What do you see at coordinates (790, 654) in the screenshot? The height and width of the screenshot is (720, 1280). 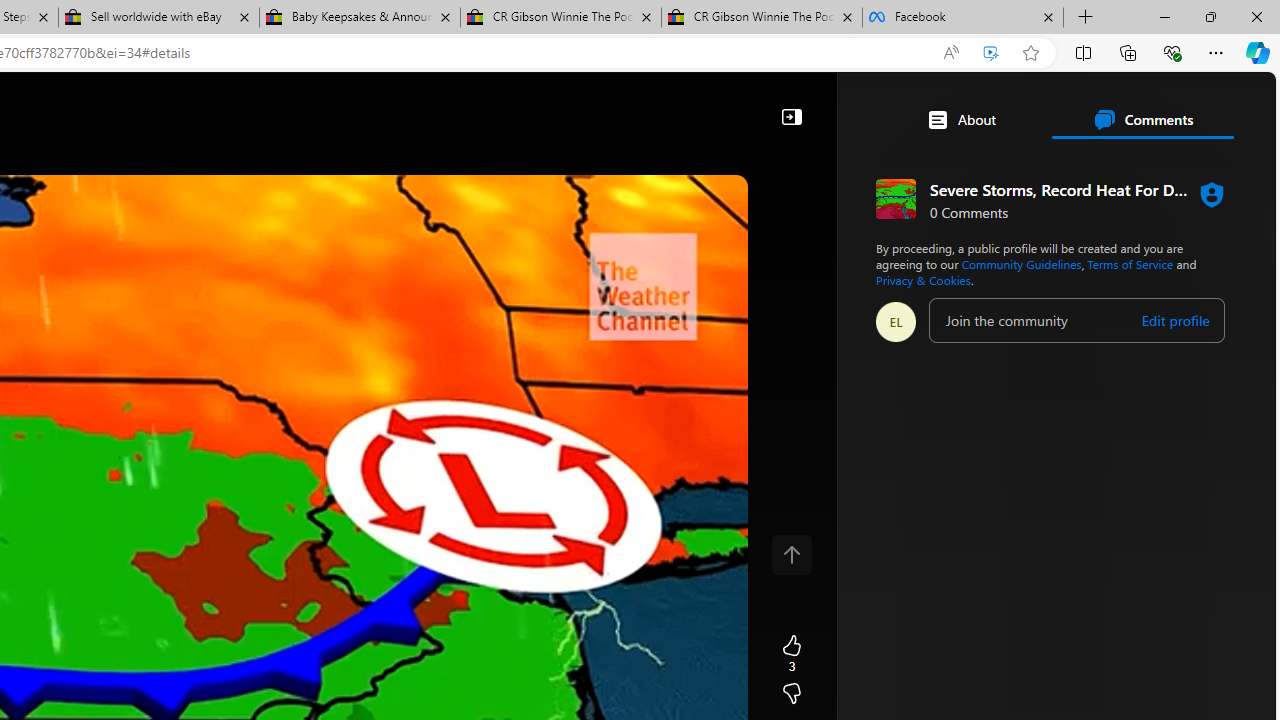 I see `'3 Like'` at bounding box center [790, 654].